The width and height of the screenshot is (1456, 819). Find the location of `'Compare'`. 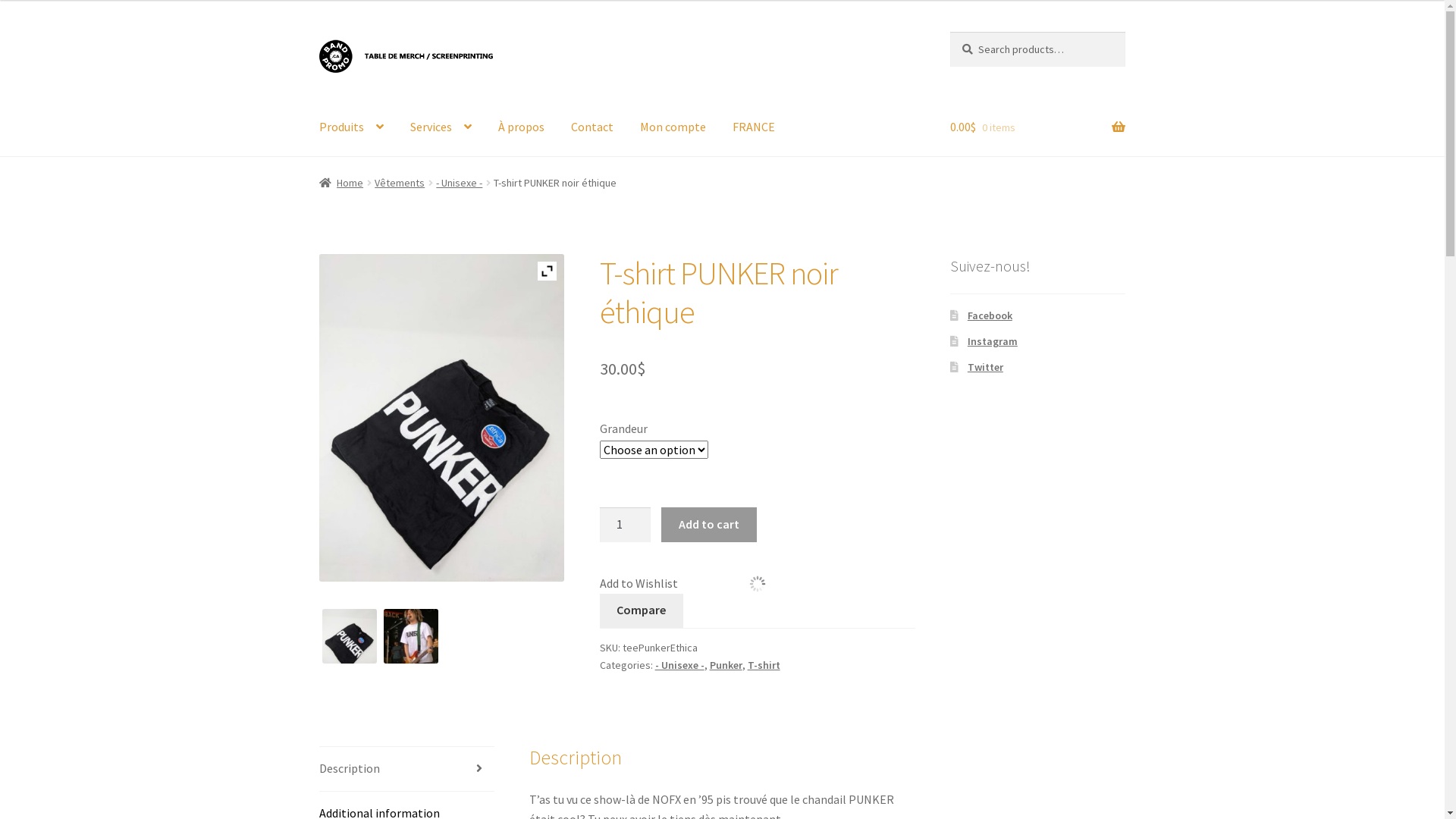

'Compare' is located at coordinates (641, 610).